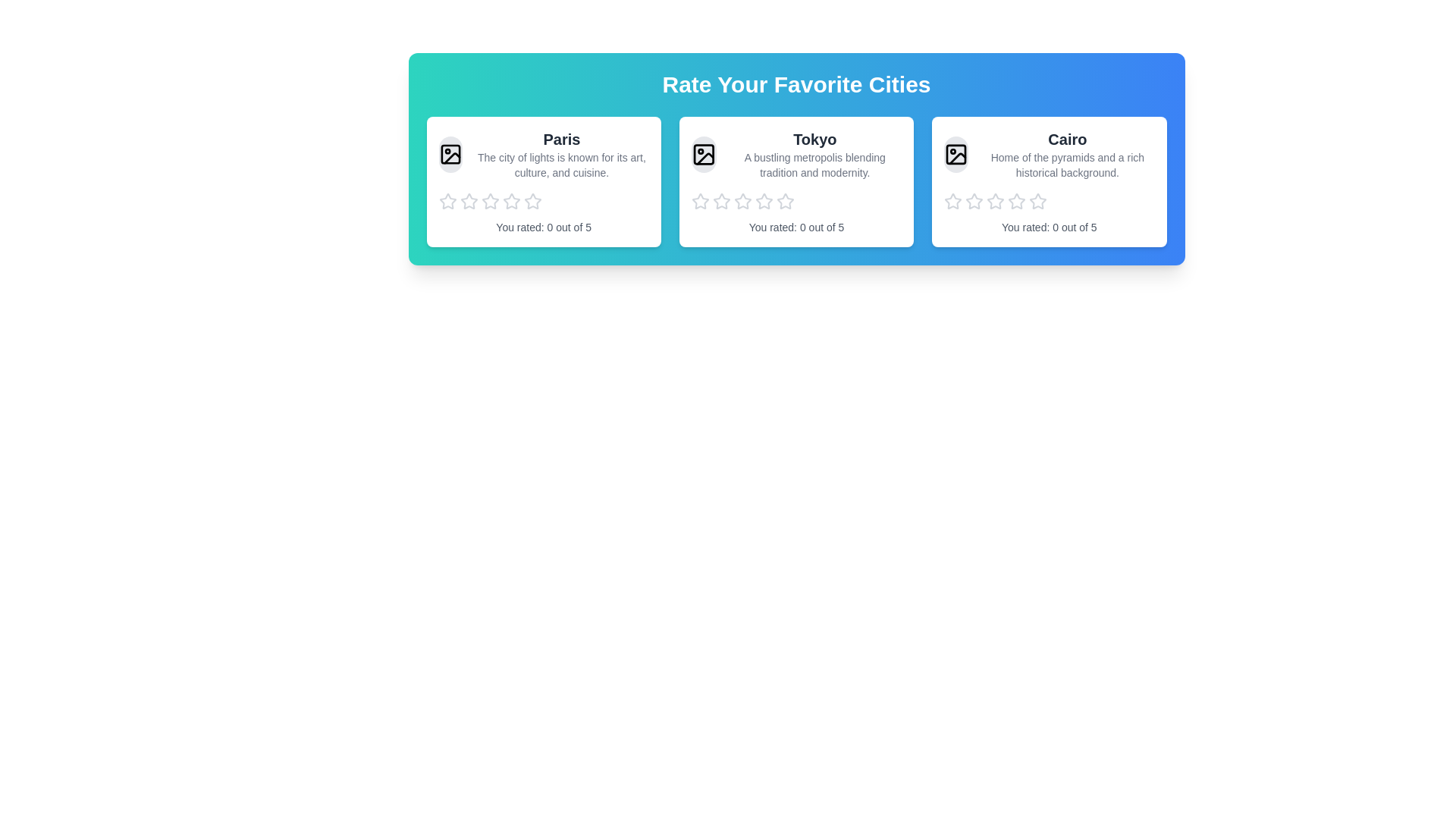 The image size is (1456, 819). What do you see at coordinates (974, 201) in the screenshot?
I see `the second rating star icon in the row of five stars on the card labeled 'Cairo' for keyboard interaction` at bounding box center [974, 201].